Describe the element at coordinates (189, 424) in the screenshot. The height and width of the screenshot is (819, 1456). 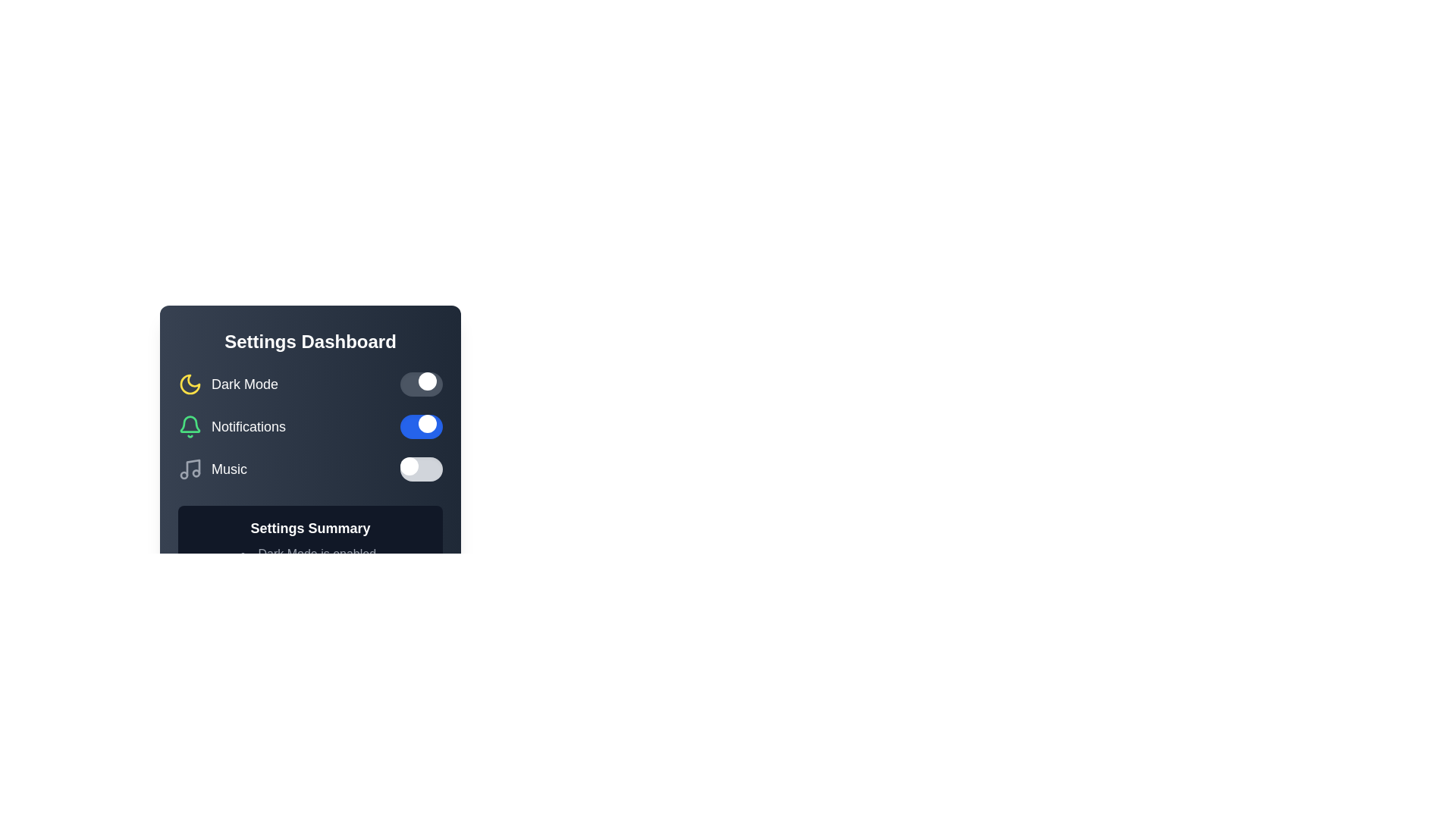
I see `the bell icon representing the 'Notifications' section, located inside the 'Settings Dashboard' to the left of the 'Notifications' toggle switch` at that location.